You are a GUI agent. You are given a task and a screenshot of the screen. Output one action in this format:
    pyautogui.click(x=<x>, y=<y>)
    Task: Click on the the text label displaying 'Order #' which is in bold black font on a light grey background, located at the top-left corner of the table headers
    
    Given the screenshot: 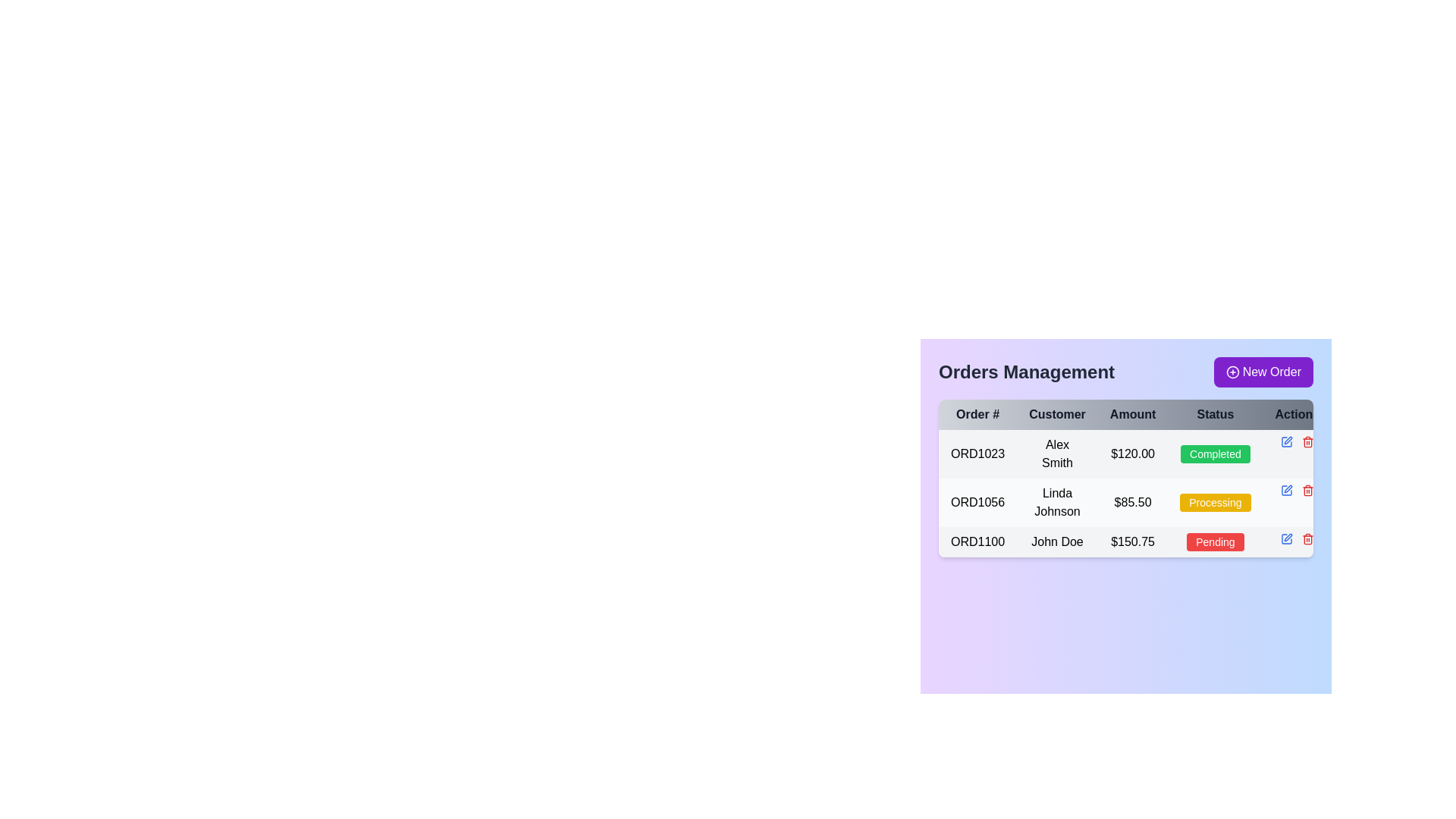 What is the action you would take?
    pyautogui.click(x=977, y=415)
    